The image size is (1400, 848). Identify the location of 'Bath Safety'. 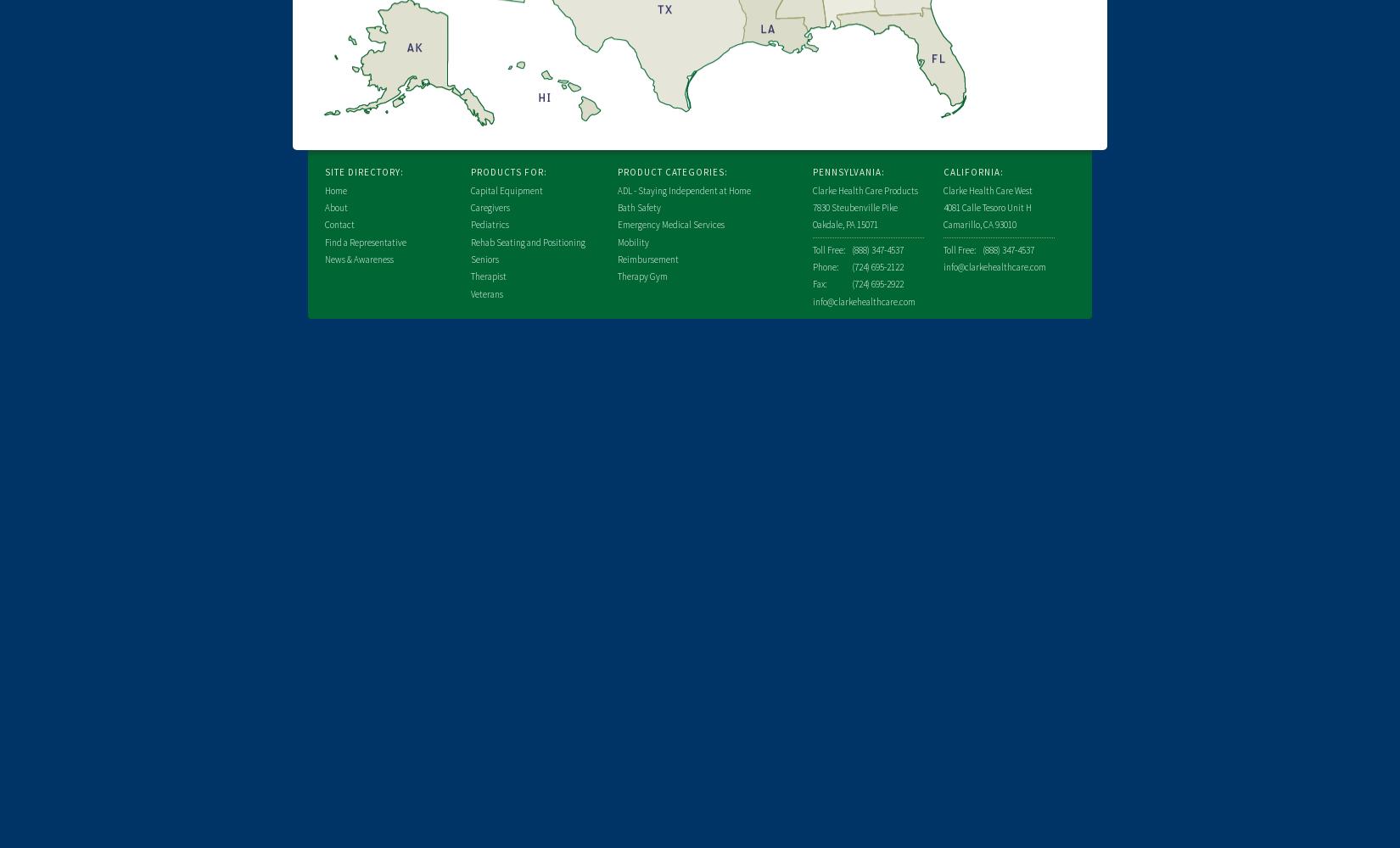
(637, 207).